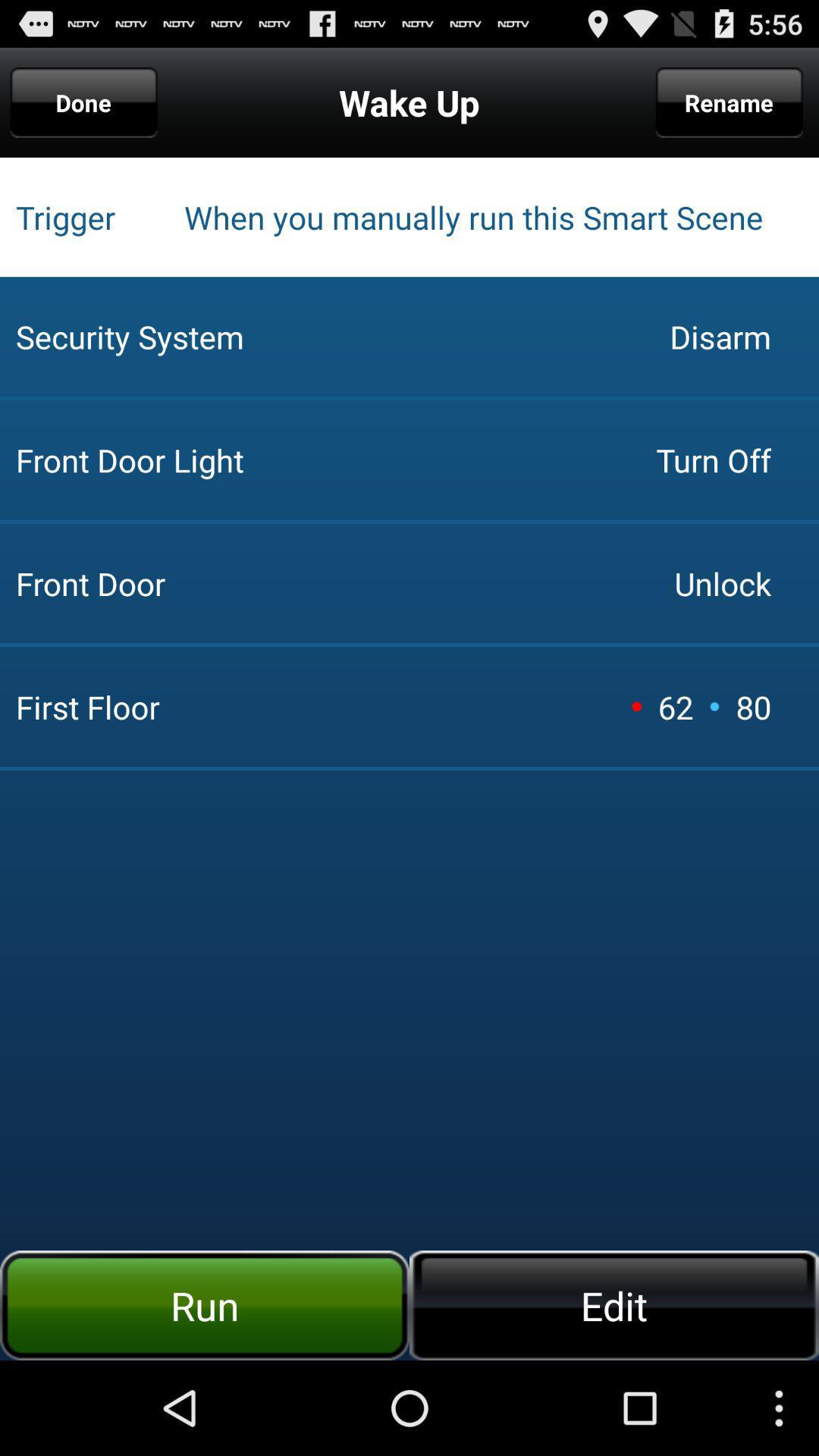  Describe the element at coordinates (714, 705) in the screenshot. I see `icon above edit button` at that location.